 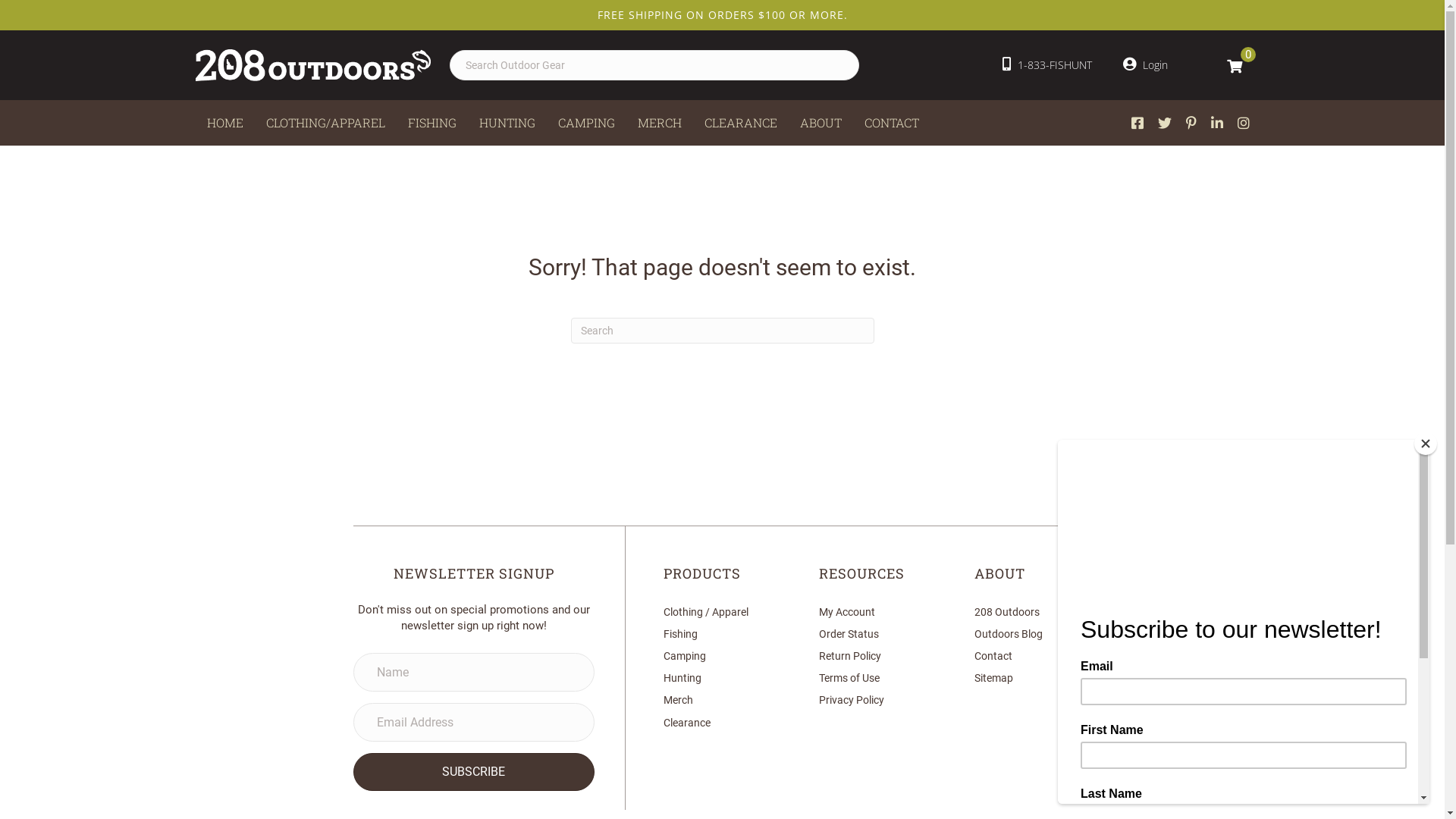 What do you see at coordinates (820, 122) in the screenshot?
I see `'ABOUT'` at bounding box center [820, 122].